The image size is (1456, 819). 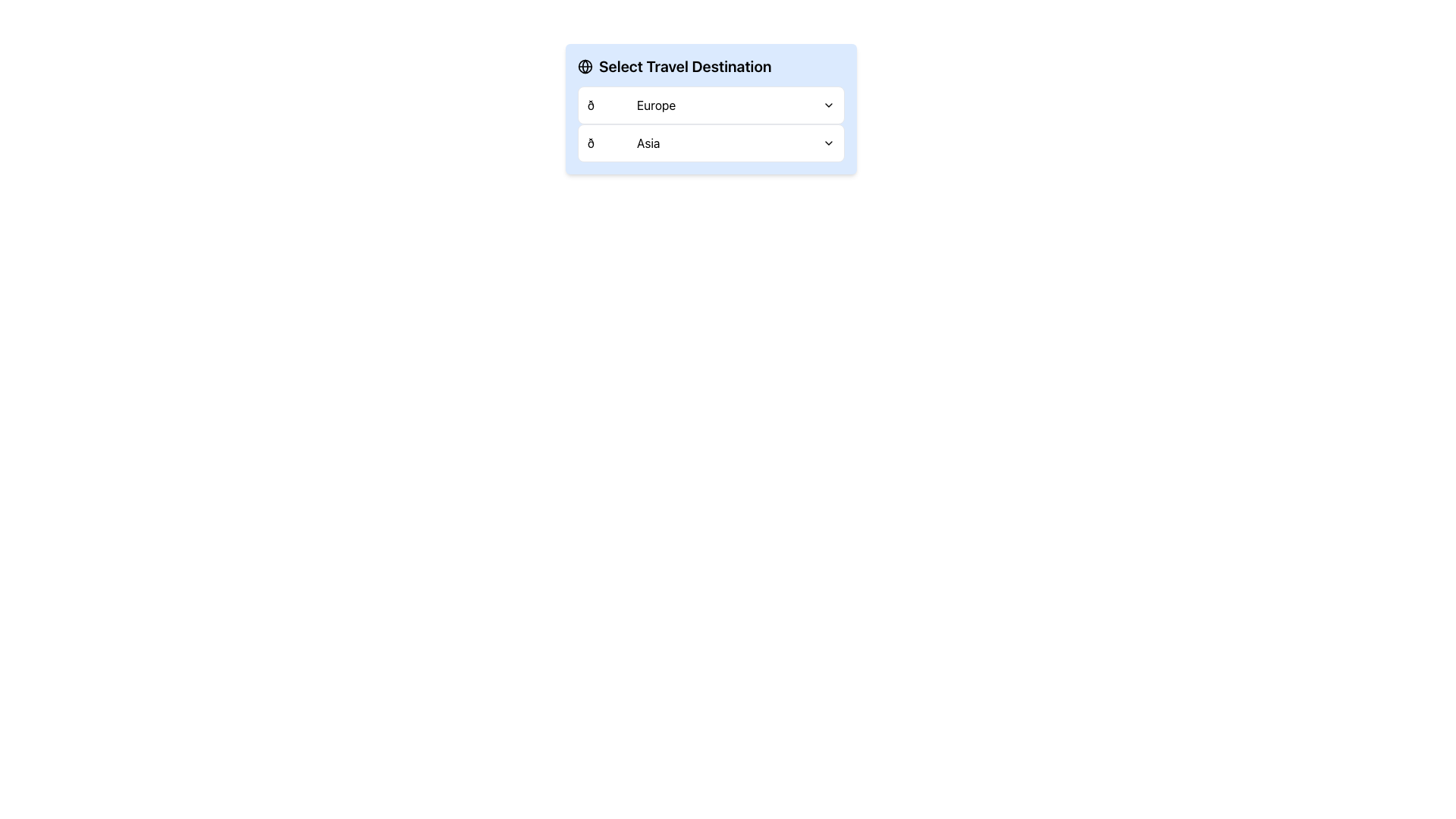 I want to click on the collapsible icon next to the 'Europe' dropdown item in the 'Travel Destination' selection area to provide visual feedback, so click(x=828, y=104).